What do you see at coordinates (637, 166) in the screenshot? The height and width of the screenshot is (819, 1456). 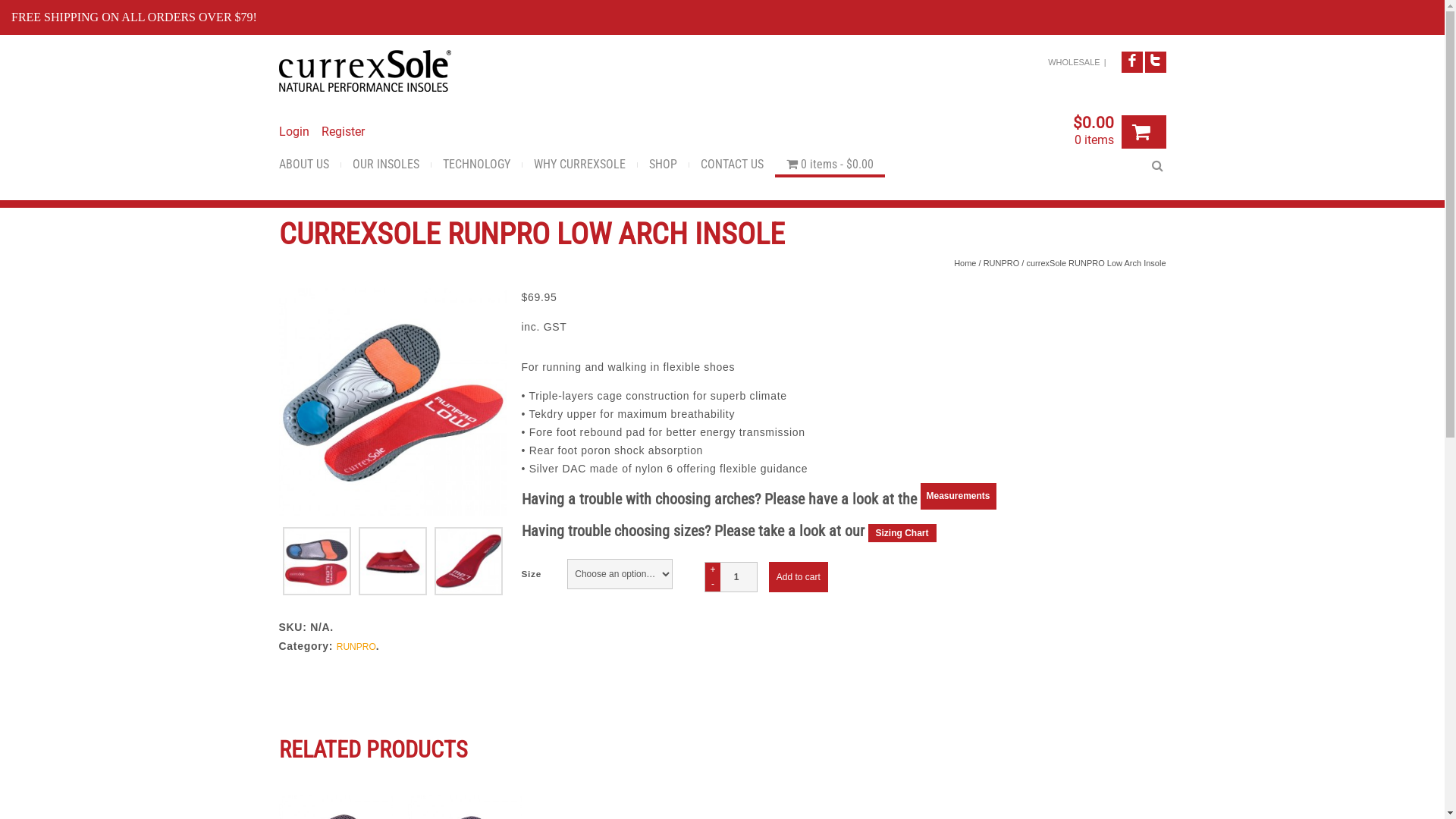 I see `'SHOP'` at bounding box center [637, 166].